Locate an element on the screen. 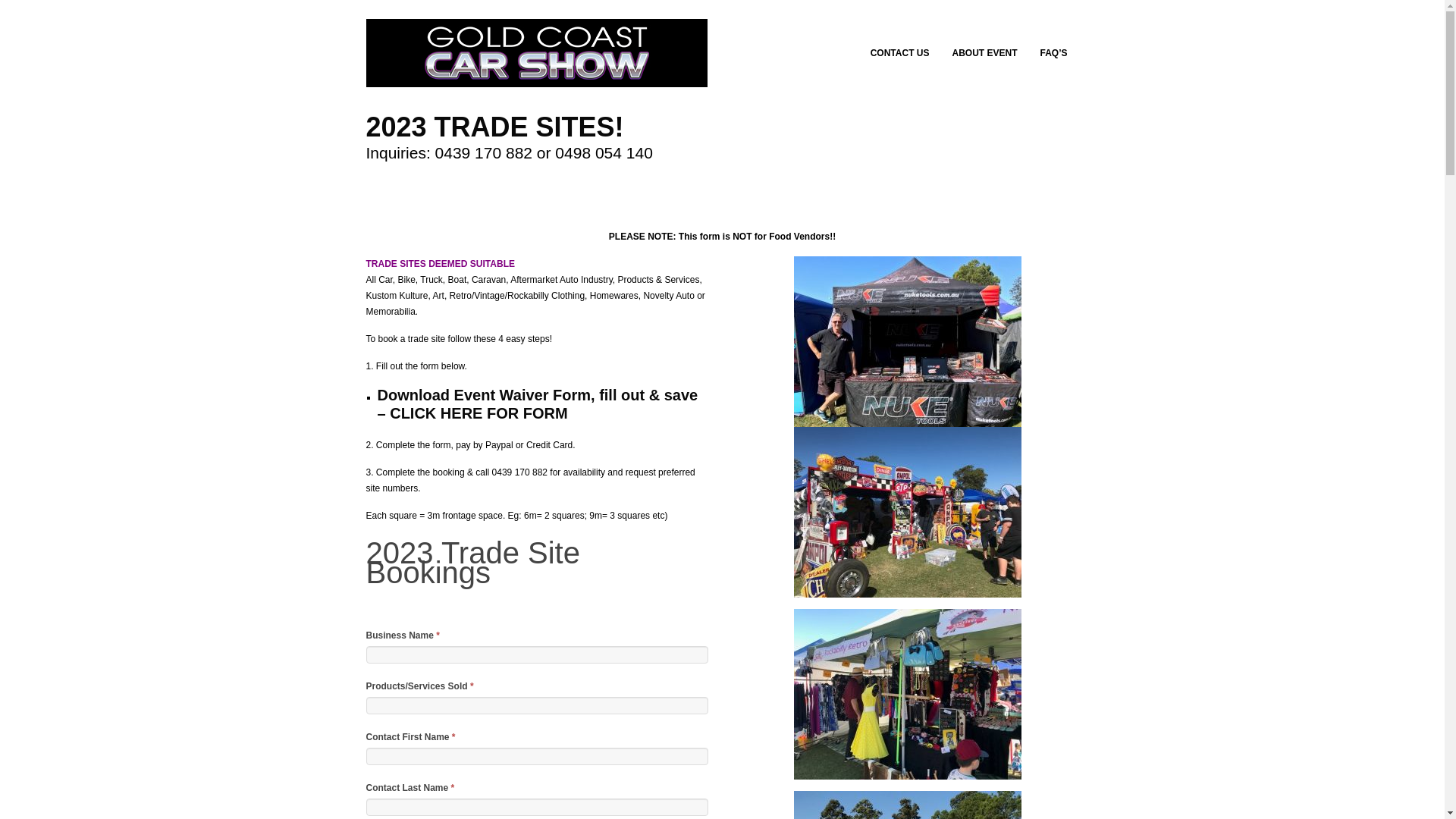 The image size is (1456, 819). 'ABOUT EVENT' is located at coordinates (990, 52).